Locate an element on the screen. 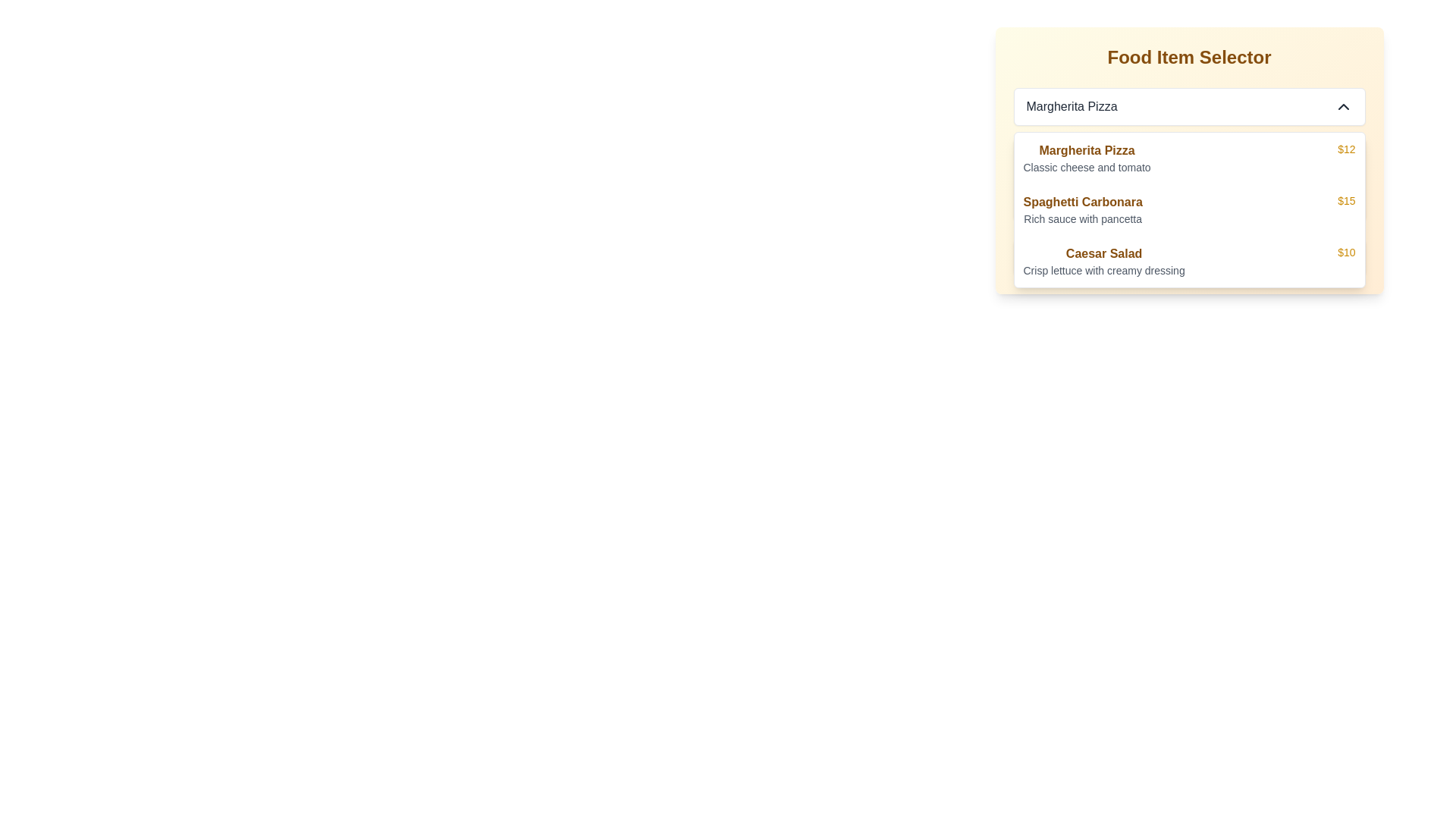 This screenshot has width=1456, height=819. the first entry of the food item list component, which has a gradient background and contains dish names, descriptions, and prices is located at coordinates (1188, 161).